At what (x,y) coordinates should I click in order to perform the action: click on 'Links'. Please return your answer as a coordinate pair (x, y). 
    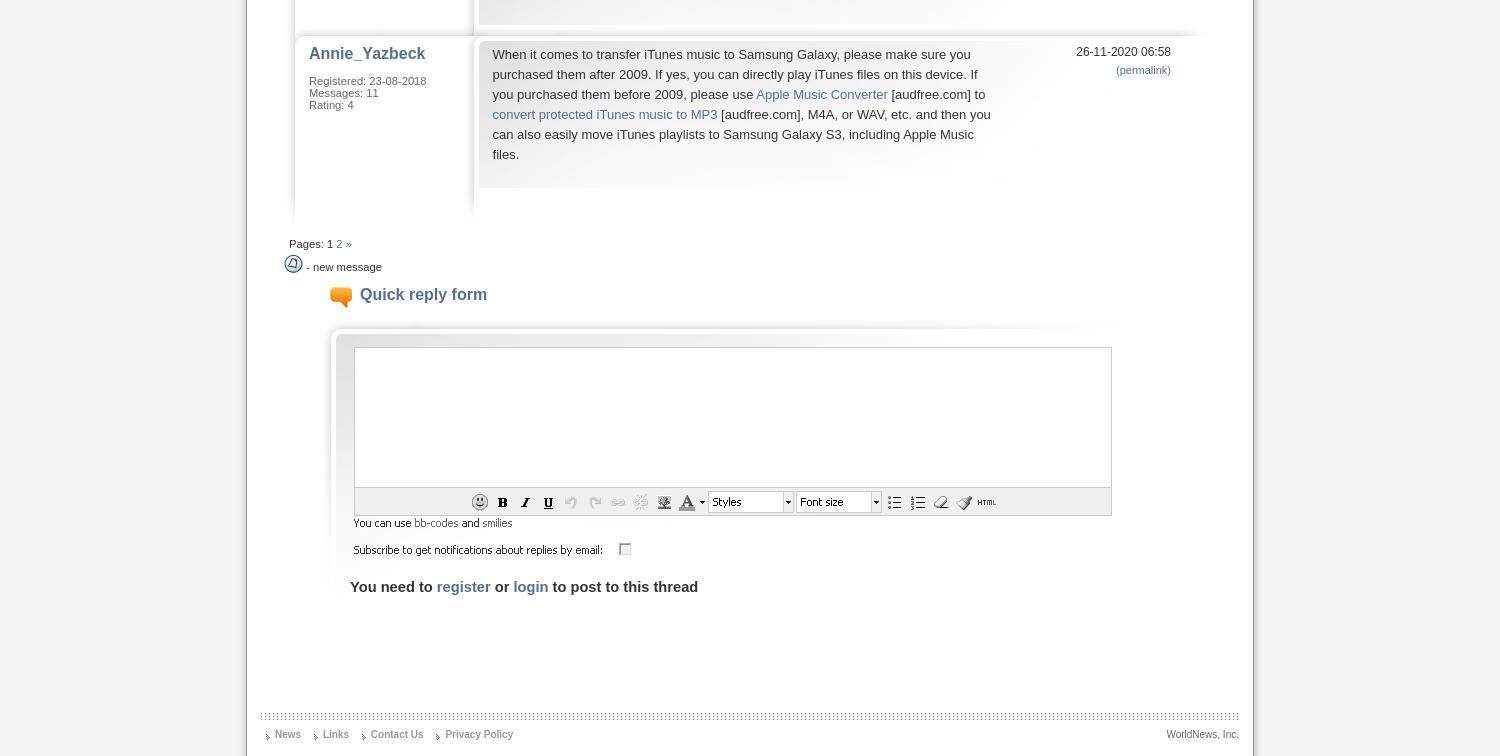
    Looking at the image, I should click on (334, 734).